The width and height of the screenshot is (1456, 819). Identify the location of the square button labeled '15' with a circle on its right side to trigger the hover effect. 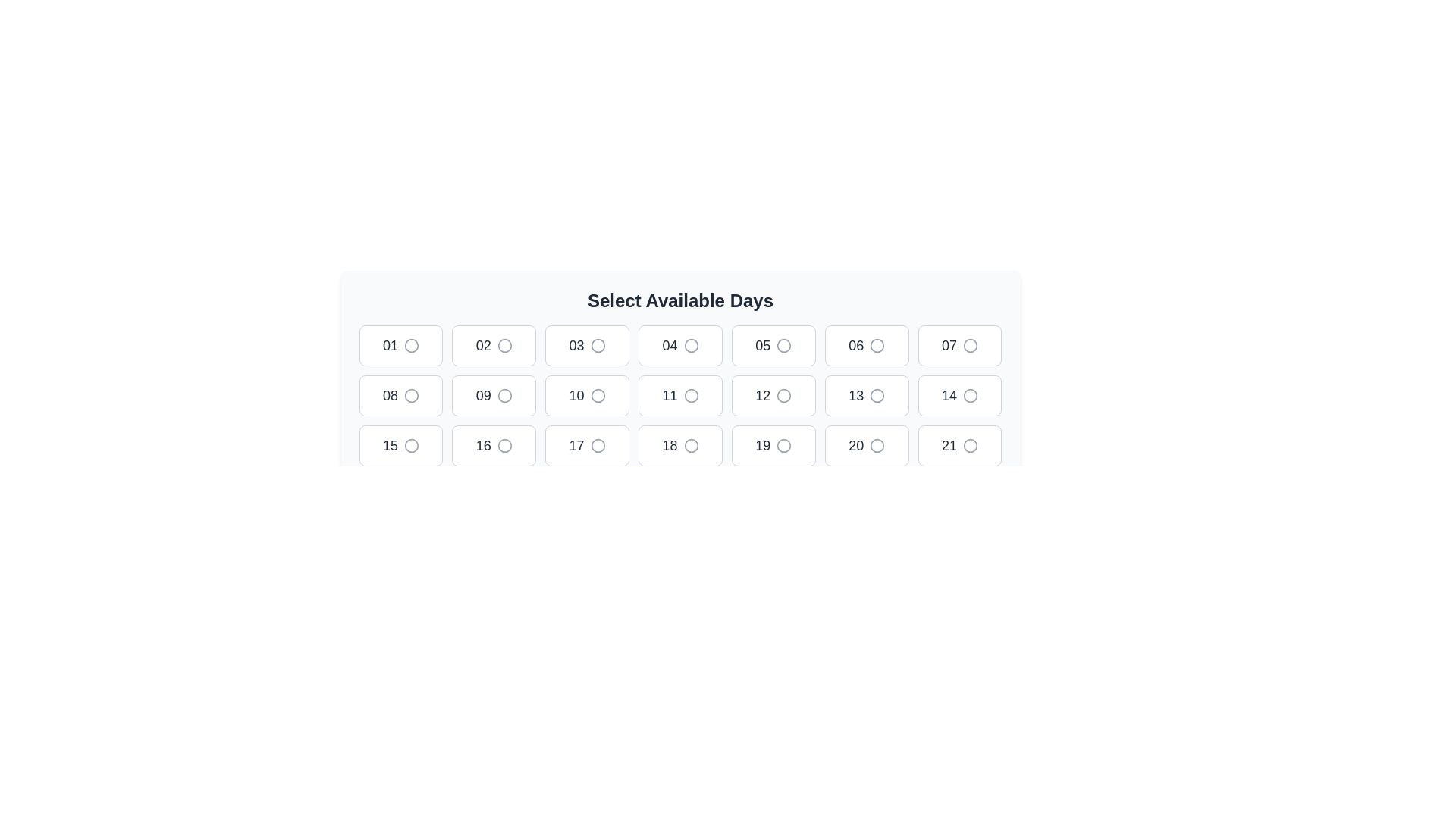
(400, 444).